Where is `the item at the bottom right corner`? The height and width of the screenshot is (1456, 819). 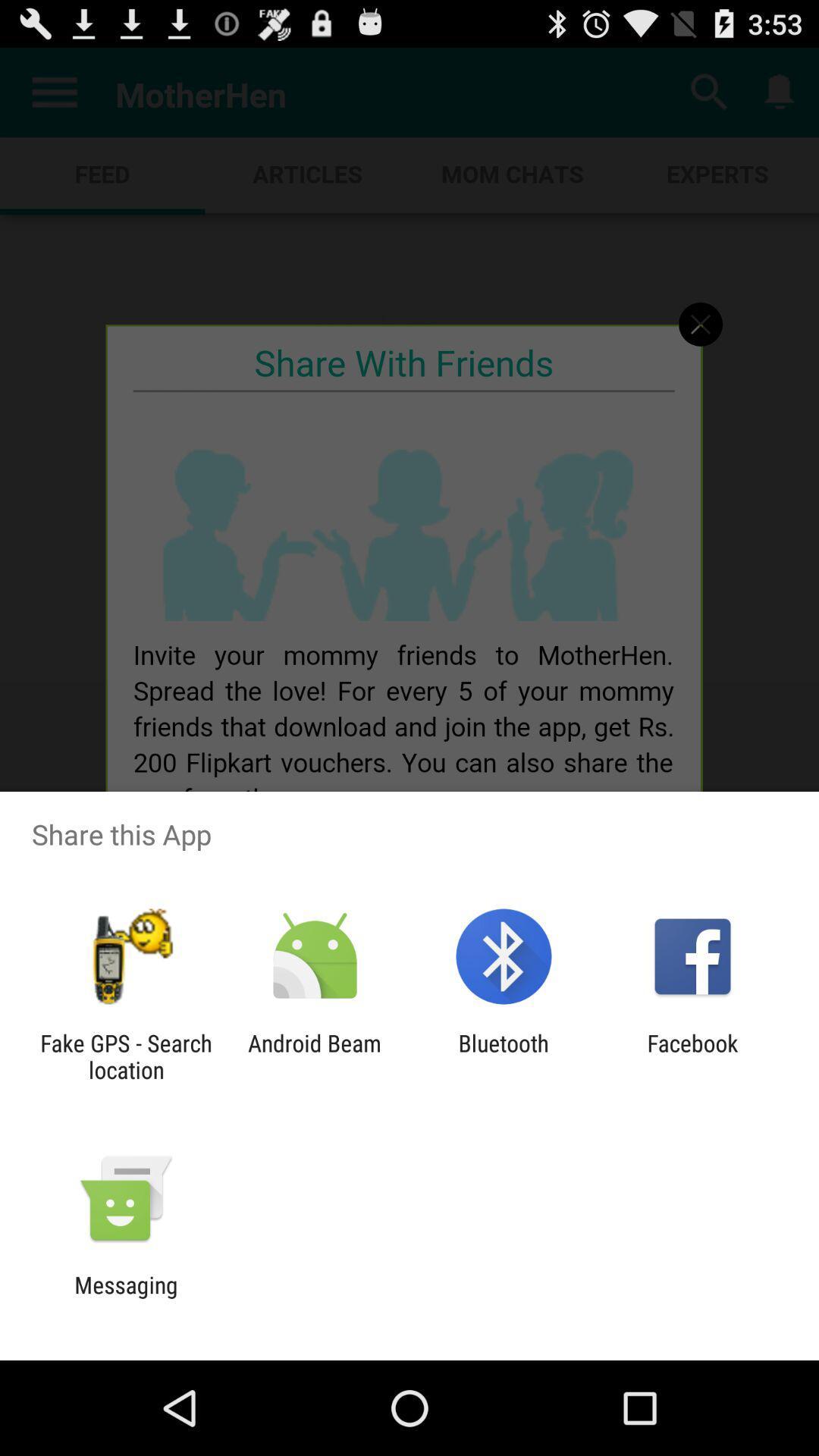 the item at the bottom right corner is located at coordinates (692, 1056).